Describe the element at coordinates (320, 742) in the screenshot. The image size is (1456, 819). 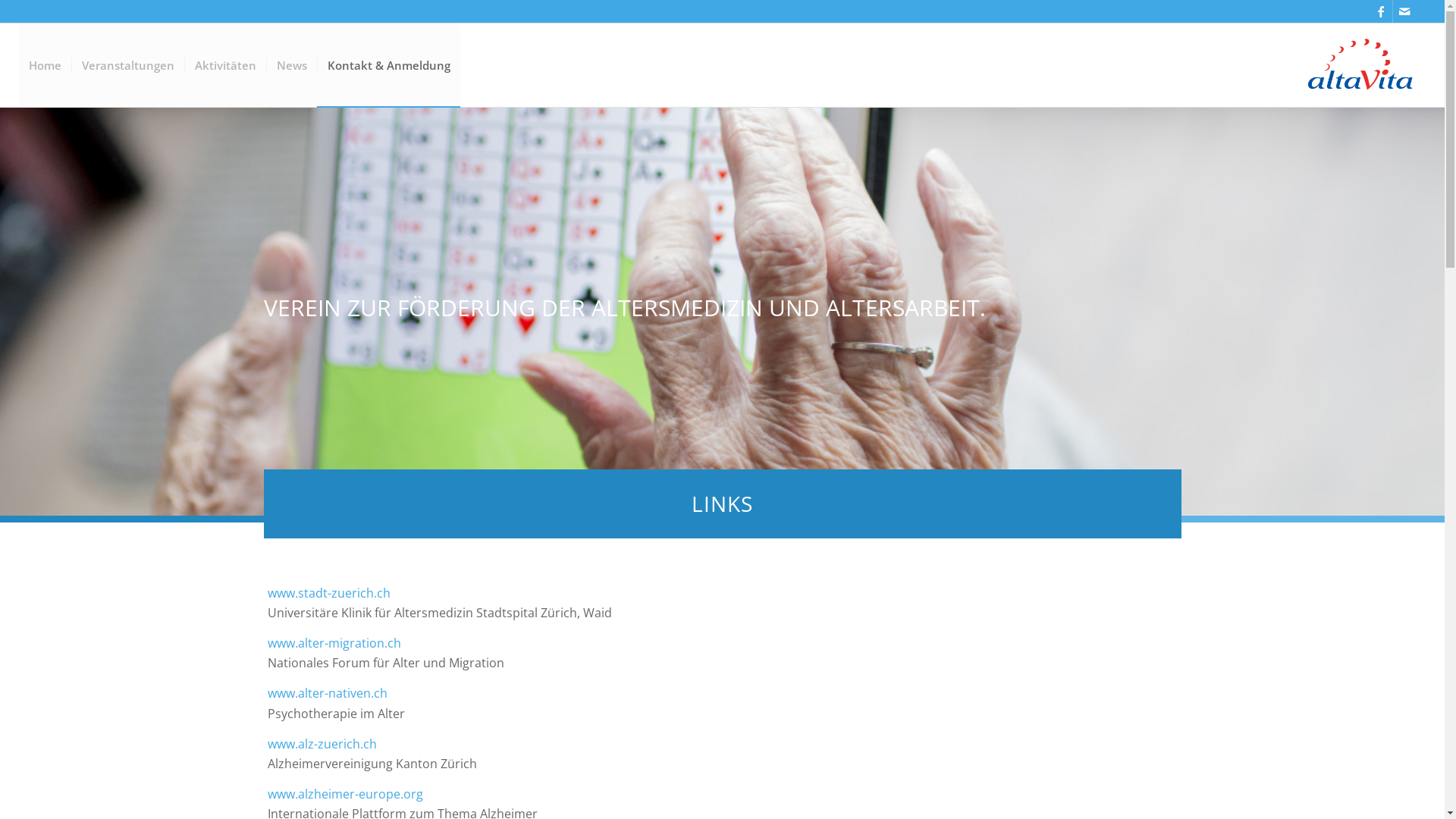
I see `'www.alz-zuerich.ch'` at that location.